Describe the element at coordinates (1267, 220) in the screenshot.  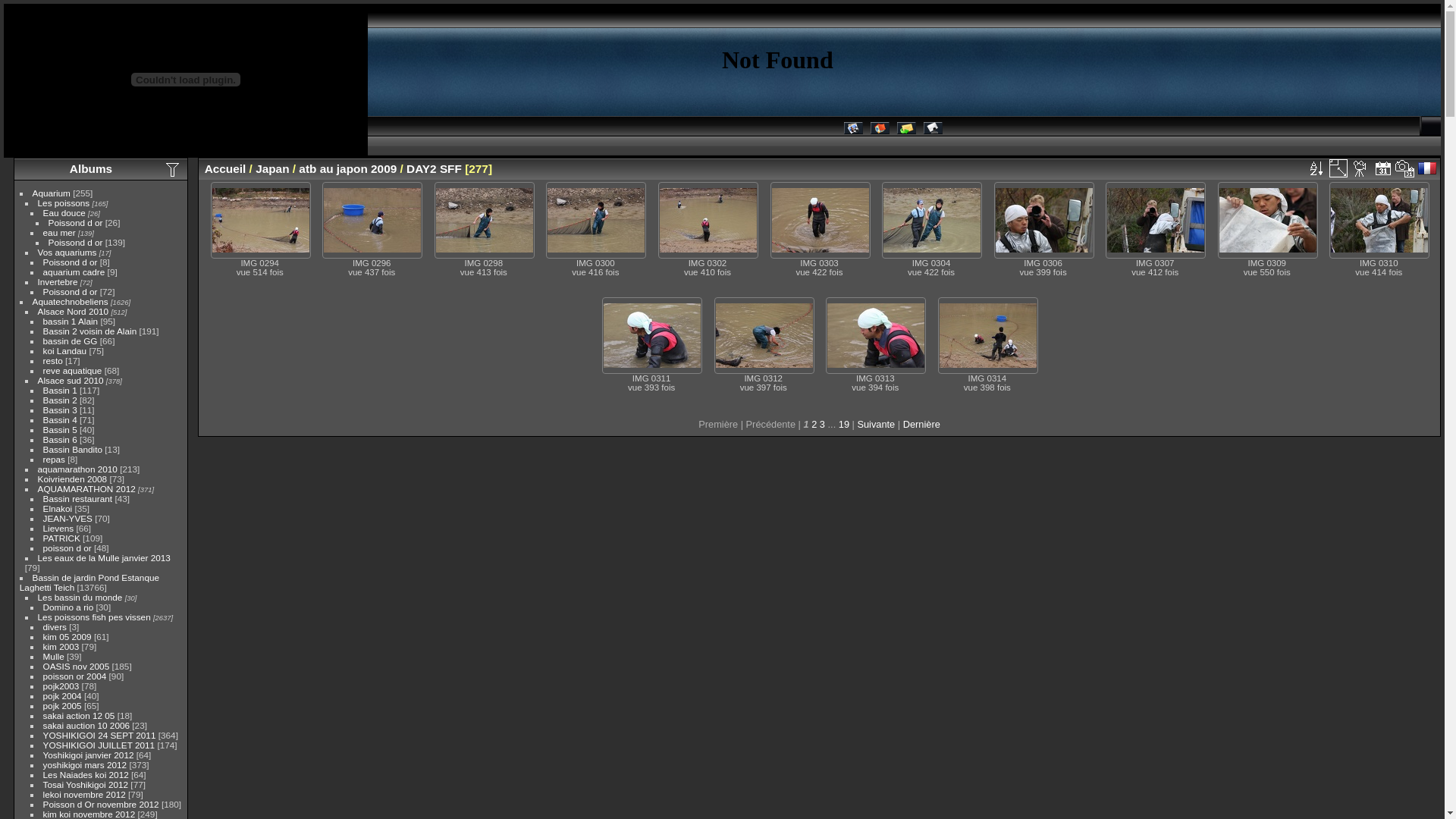
I see `'IMG 0309 (550 visites)'` at that location.